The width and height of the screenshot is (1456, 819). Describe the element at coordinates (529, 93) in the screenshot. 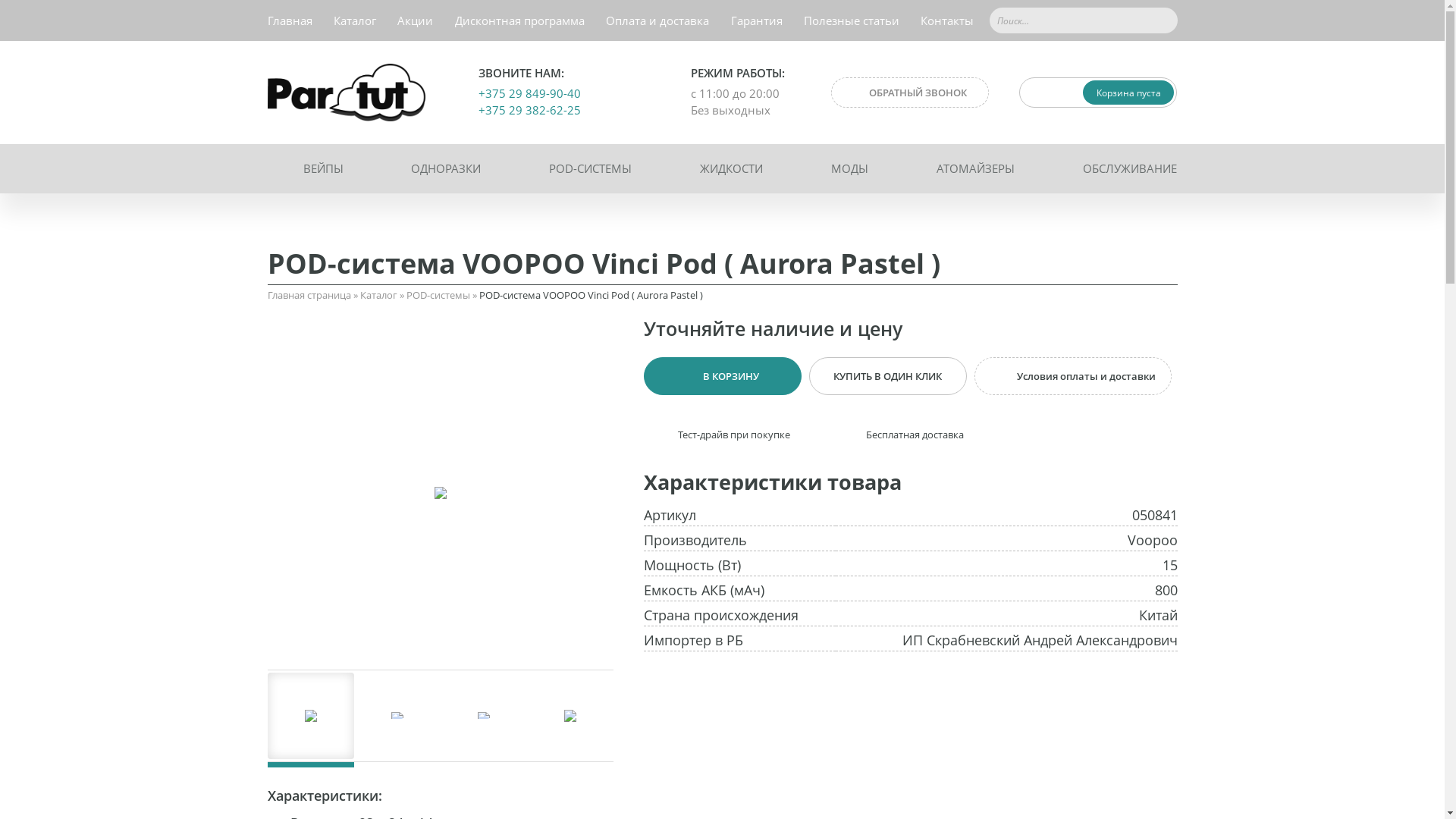

I see `'+375 29 849-90-40'` at that location.